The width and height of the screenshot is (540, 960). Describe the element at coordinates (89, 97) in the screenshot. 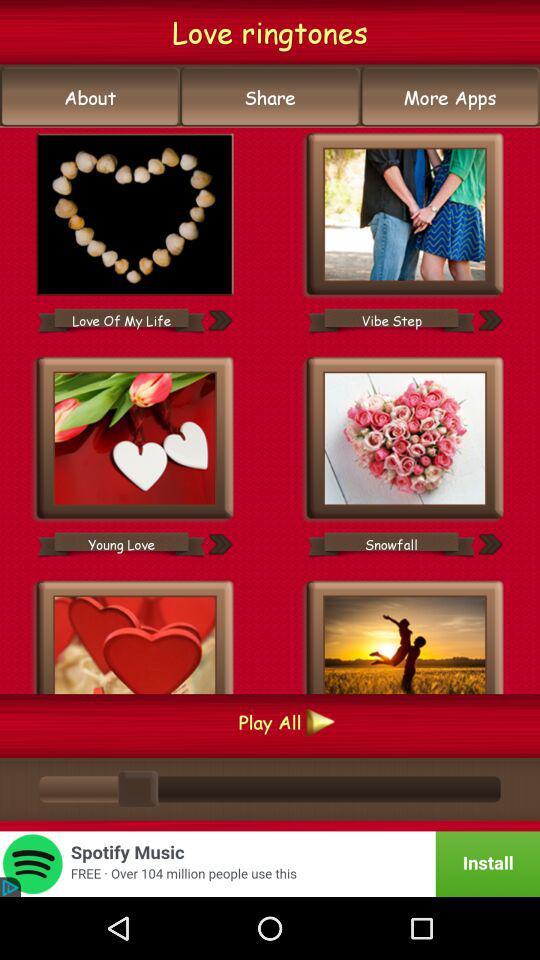

I see `item to the left of share item` at that location.